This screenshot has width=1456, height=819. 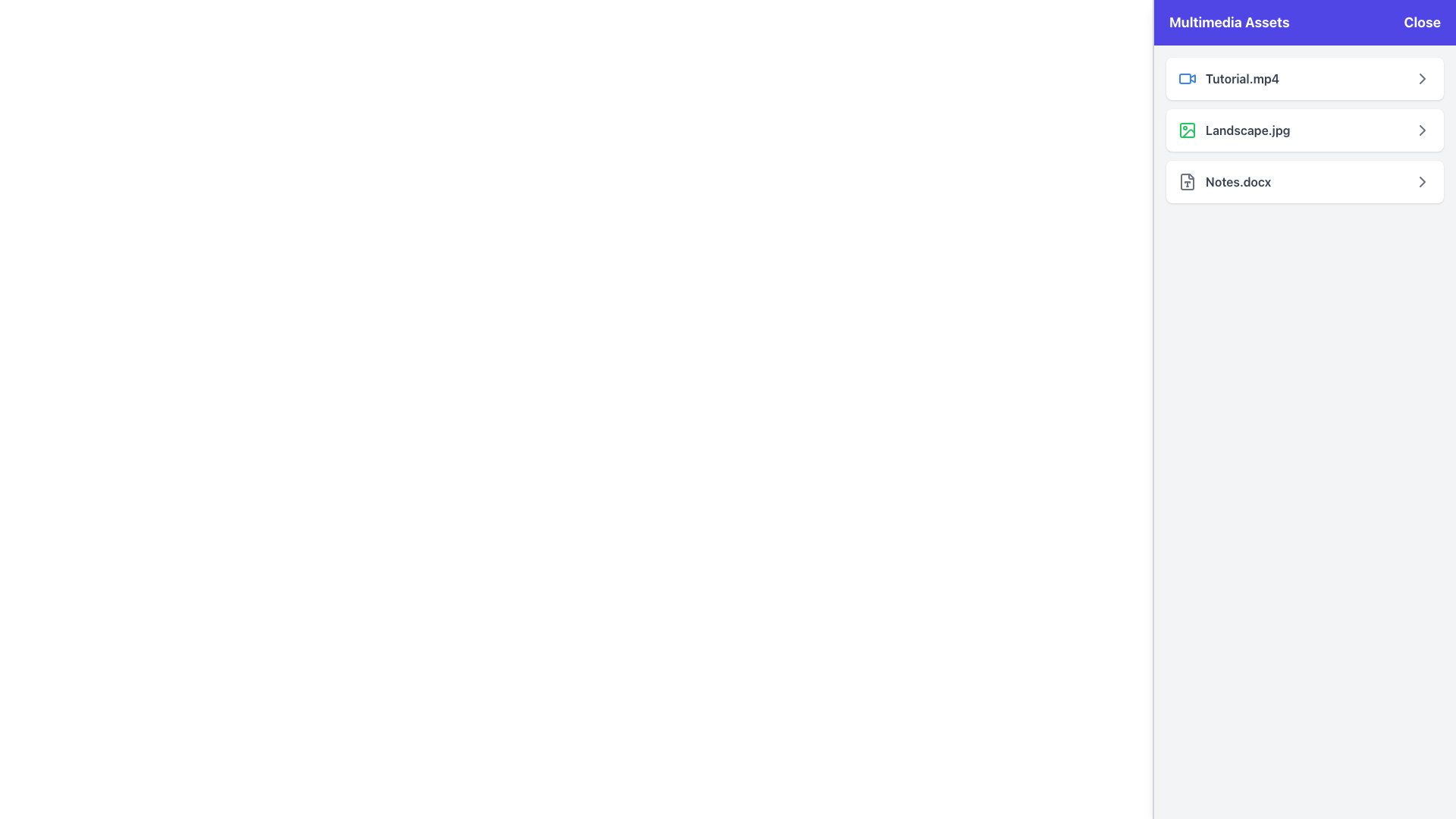 What do you see at coordinates (1304, 180) in the screenshot?
I see `the list item labeled 'Notes.docx' in the navigation panel` at bounding box center [1304, 180].